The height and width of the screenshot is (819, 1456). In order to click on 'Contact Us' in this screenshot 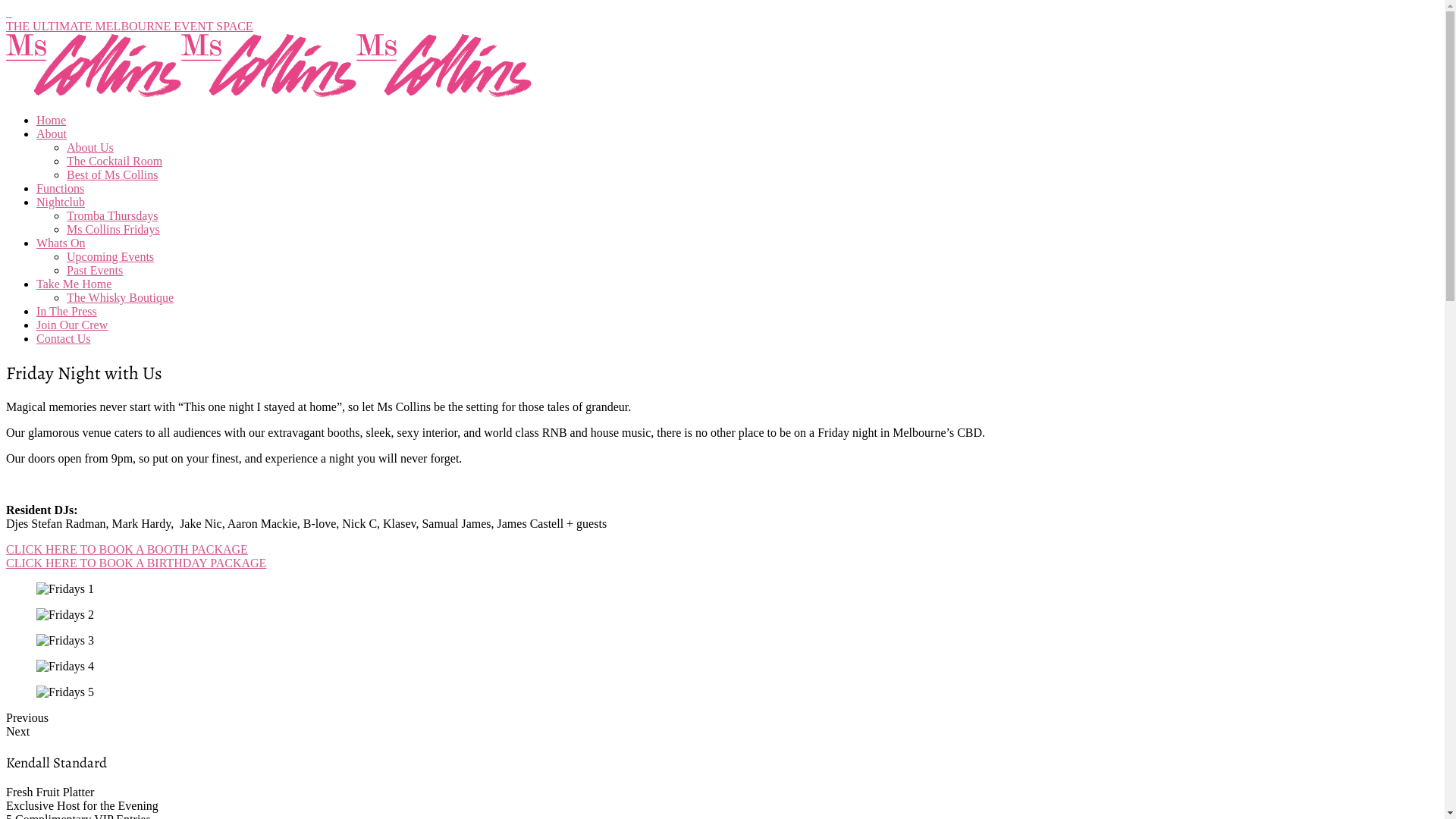, I will do `click(62, 337)`.